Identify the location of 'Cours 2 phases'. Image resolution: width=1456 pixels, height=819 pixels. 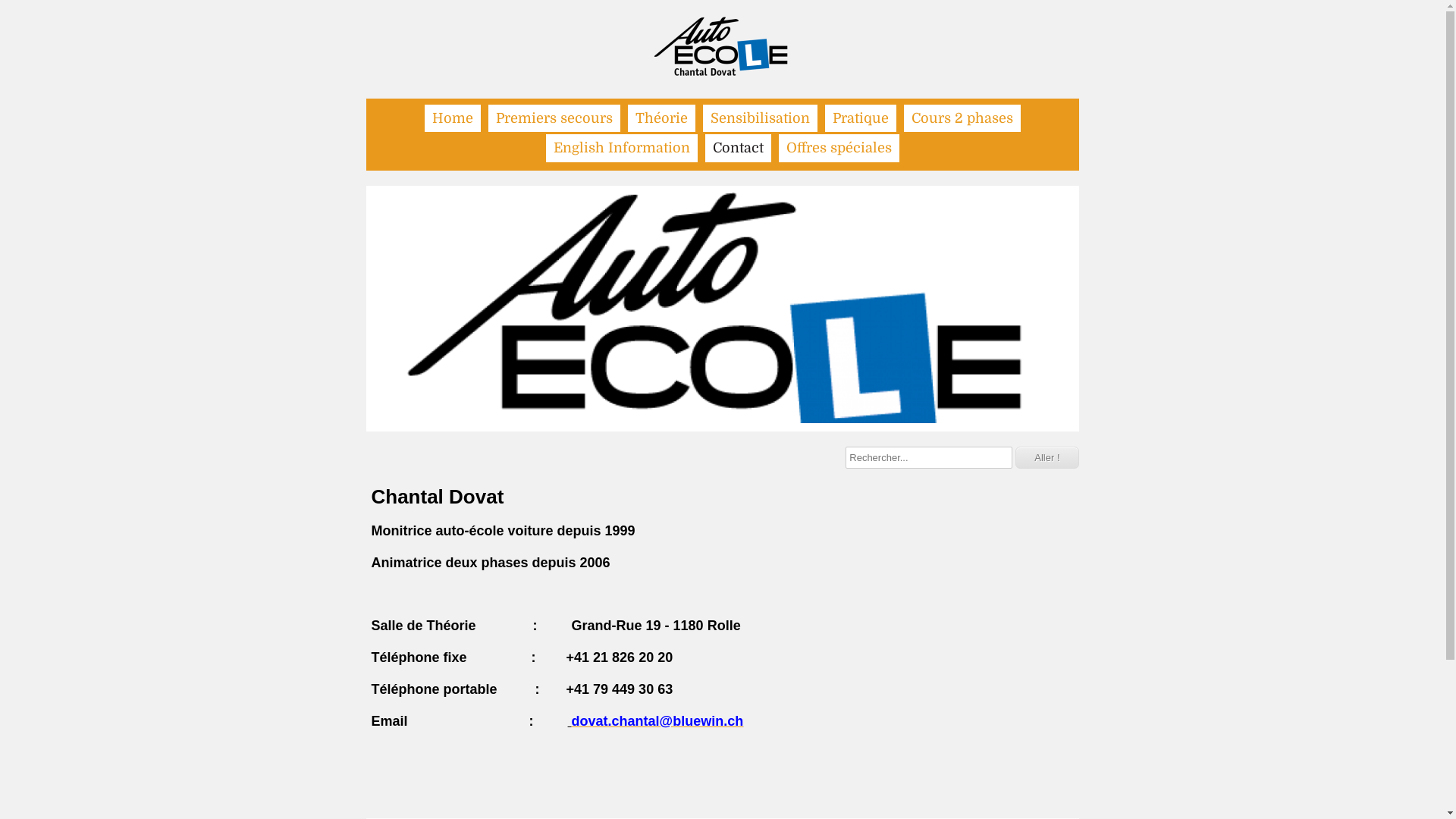
(961, 117).